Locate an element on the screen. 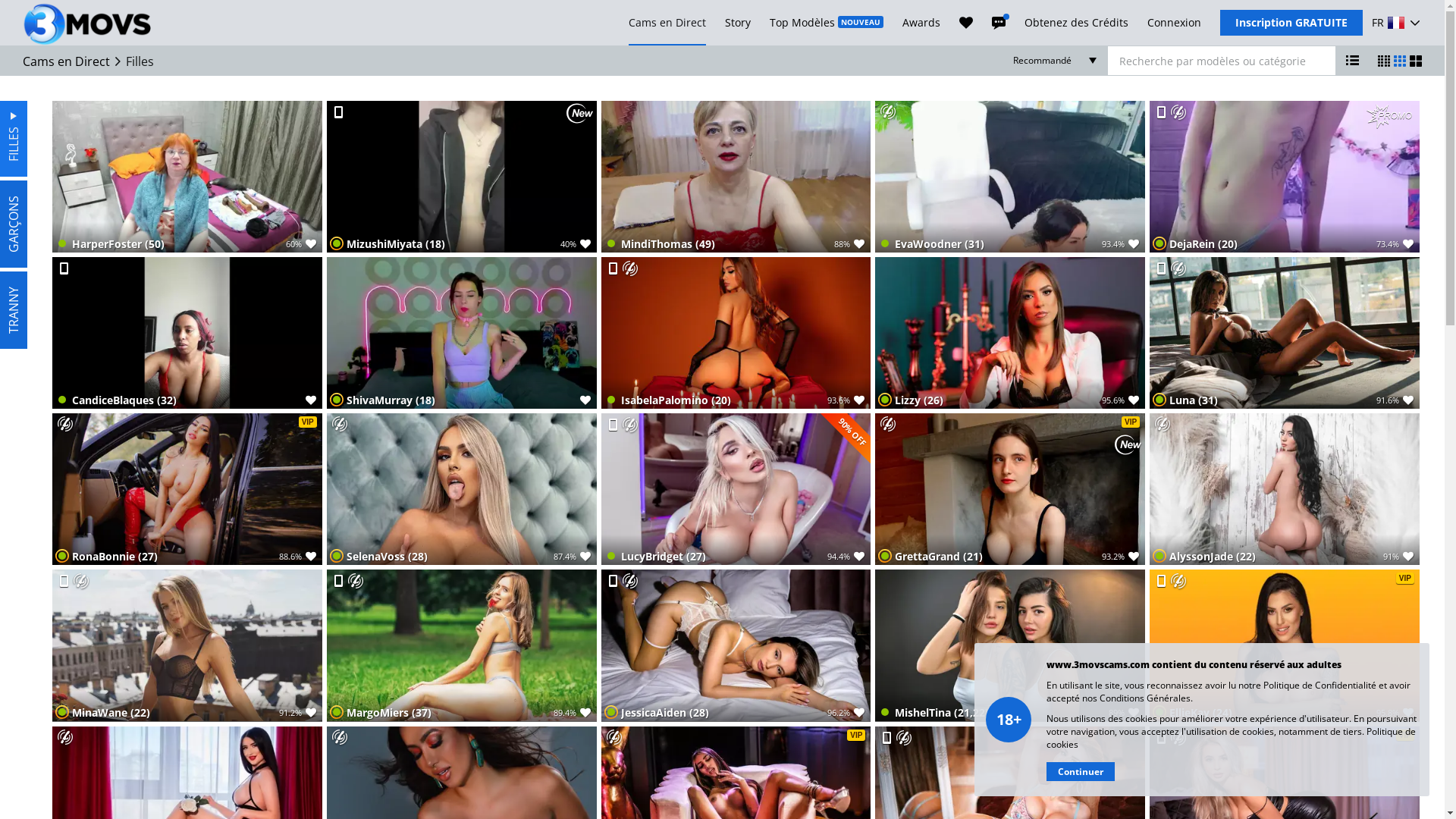 The height and width of the screenshot is (819, 1456). 'Mobile En Direct' is located at coordinates (607, 424).